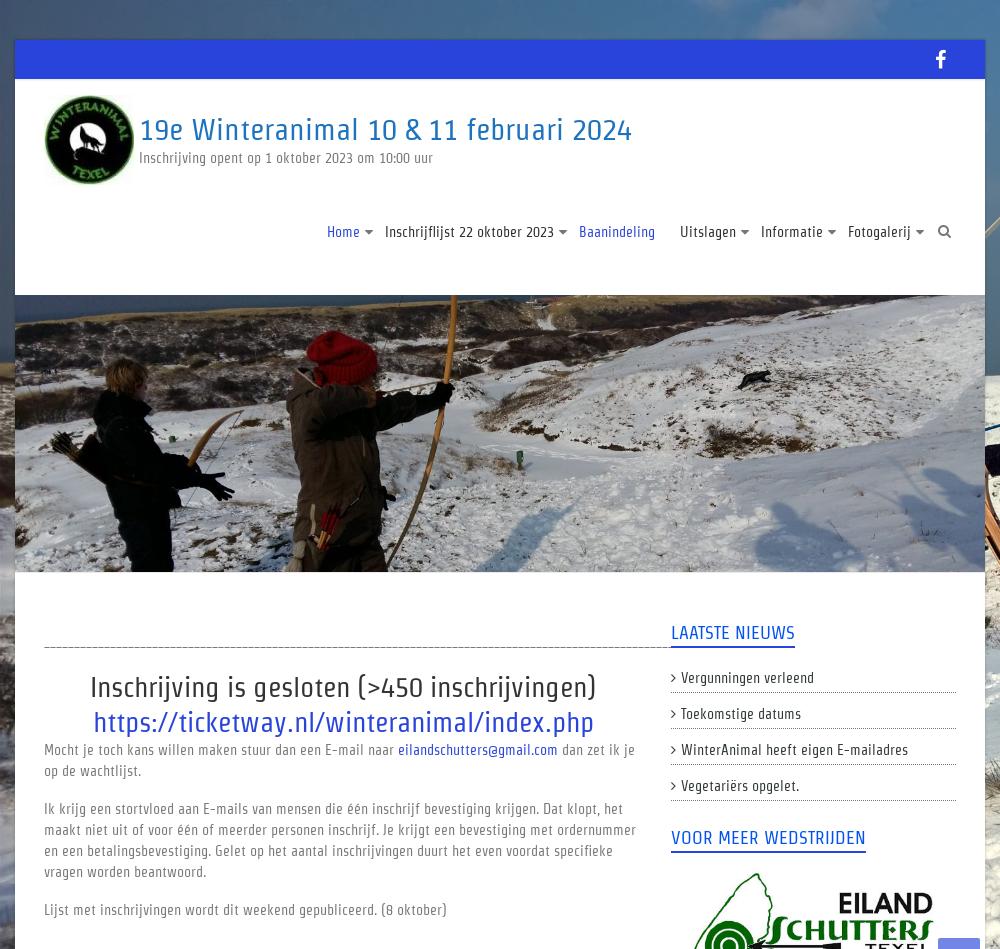 This screenshot has height=949, width=1000. I want to click on 'WinterAnimal heeft eigen E-mailadres', so click(793, 749).